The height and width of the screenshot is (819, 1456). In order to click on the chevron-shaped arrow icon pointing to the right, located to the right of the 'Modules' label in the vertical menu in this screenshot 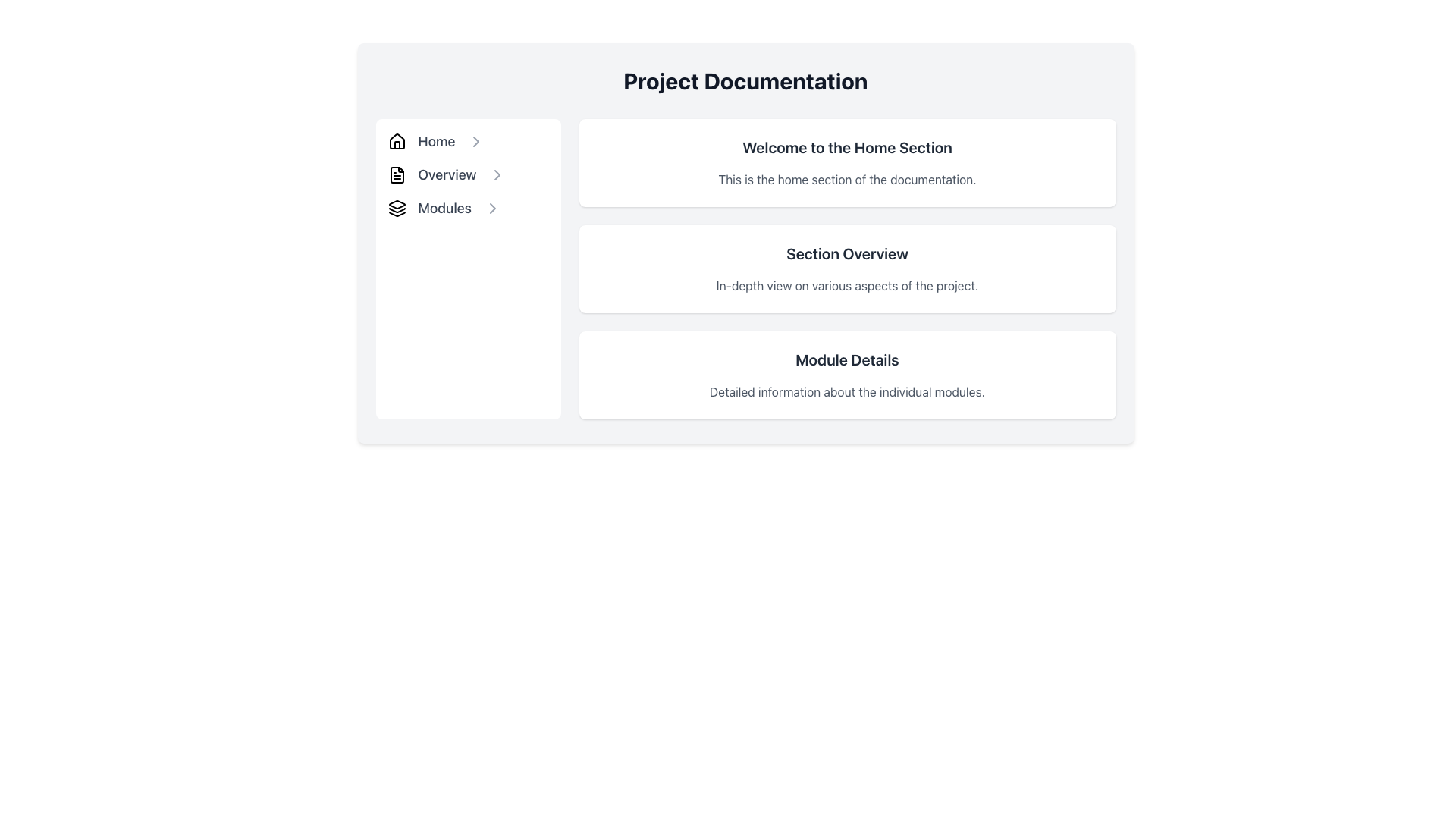, I will do `click(492, 208)`.